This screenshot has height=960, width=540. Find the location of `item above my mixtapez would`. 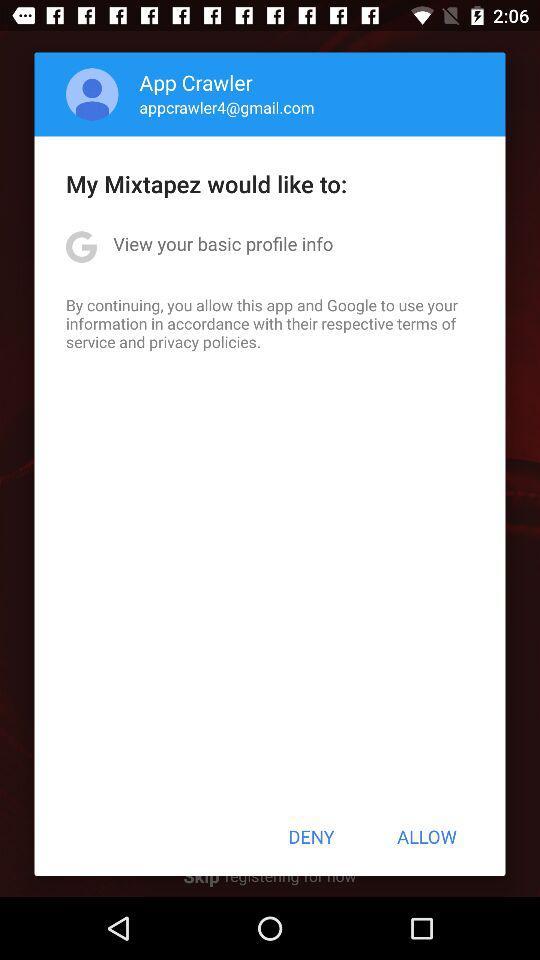

item above my mixtapez would is located at coordinates (91, 94).